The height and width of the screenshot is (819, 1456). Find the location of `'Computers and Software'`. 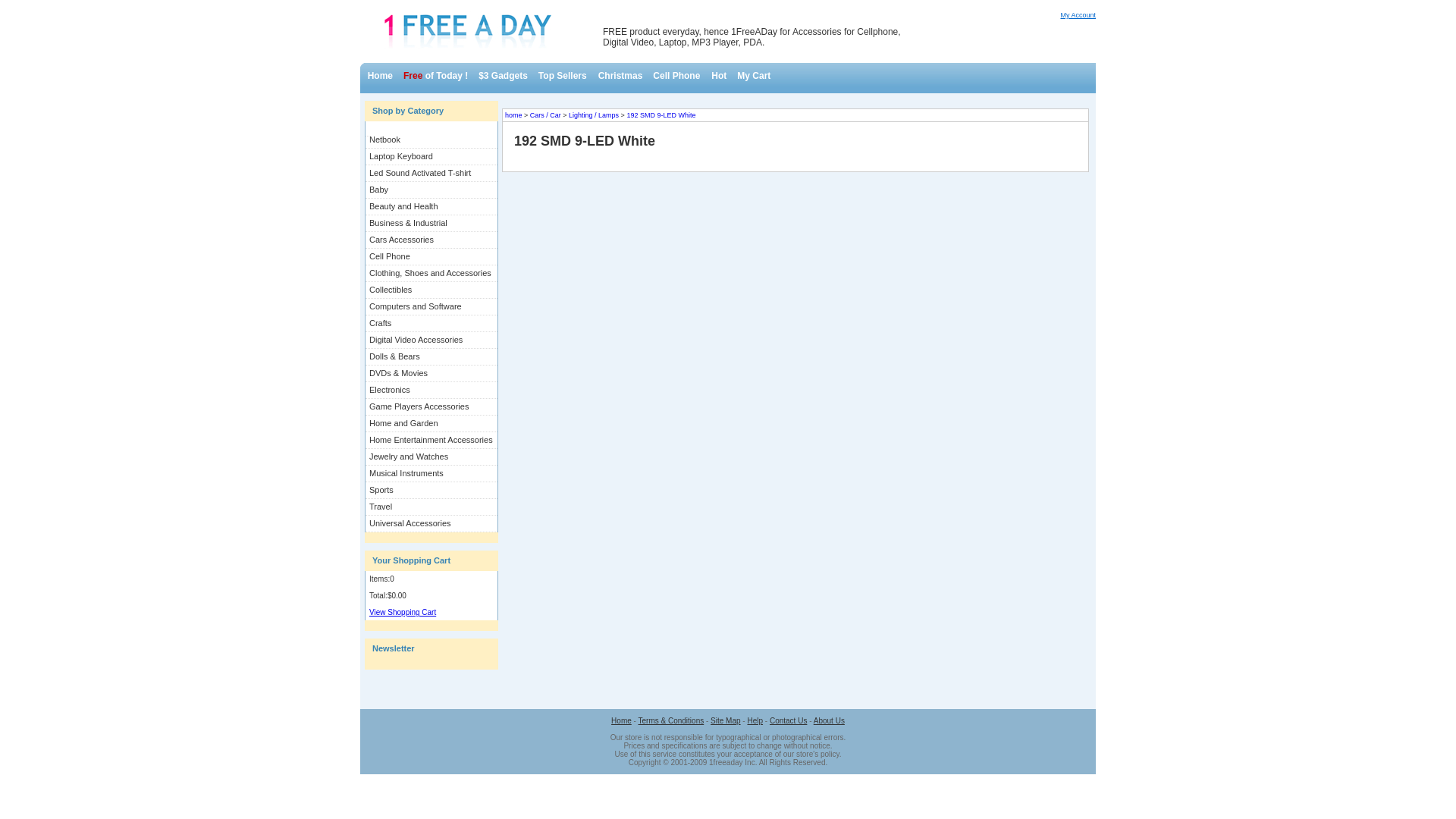

'Computers and Software' is located at coordinates (432, 306).